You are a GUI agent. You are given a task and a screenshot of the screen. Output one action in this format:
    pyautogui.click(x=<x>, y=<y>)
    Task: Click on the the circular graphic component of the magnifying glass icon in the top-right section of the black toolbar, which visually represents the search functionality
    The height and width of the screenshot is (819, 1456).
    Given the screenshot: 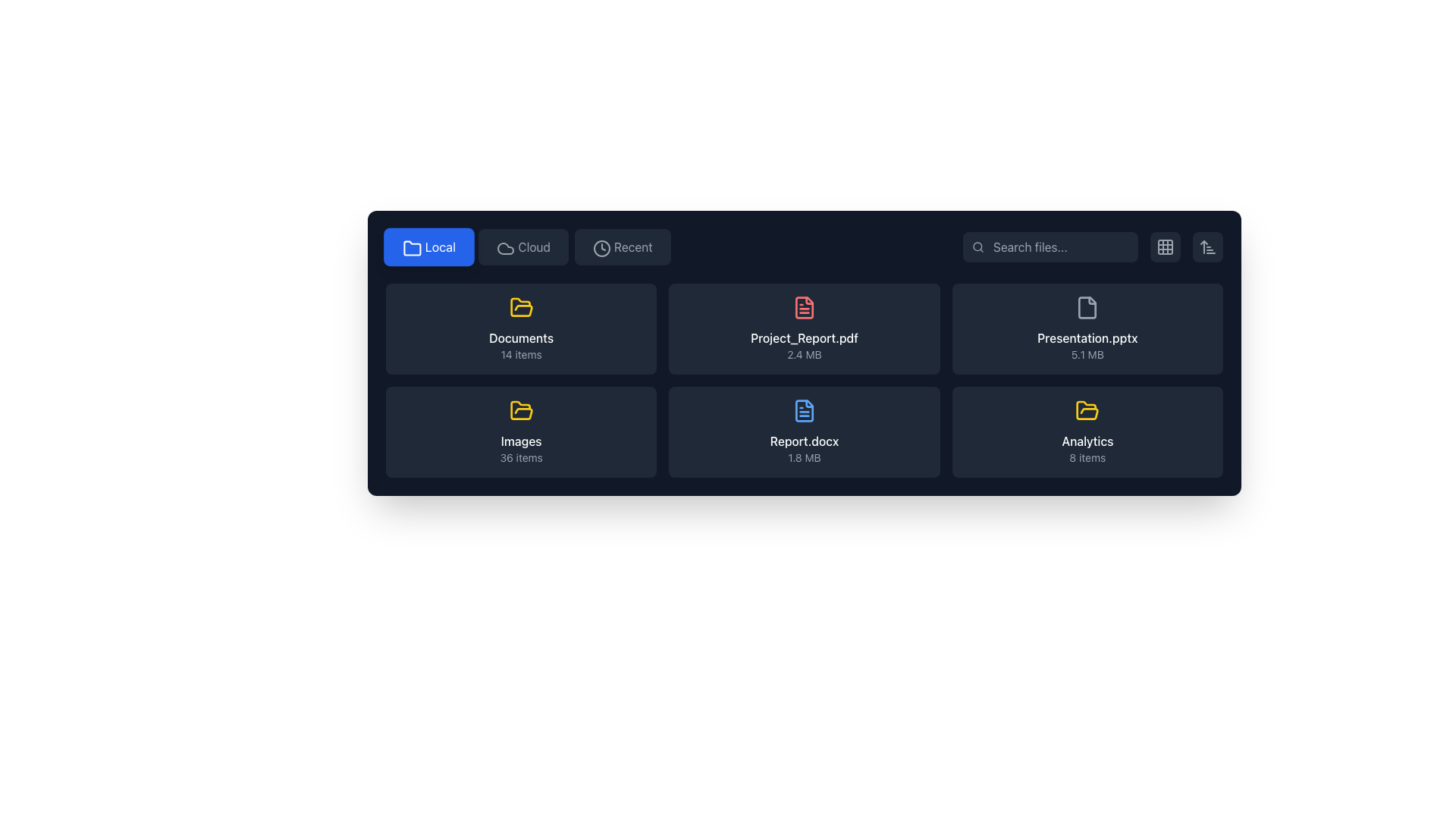 What is the action you would take?
    pyautogui.click(x=977, y=246)
    